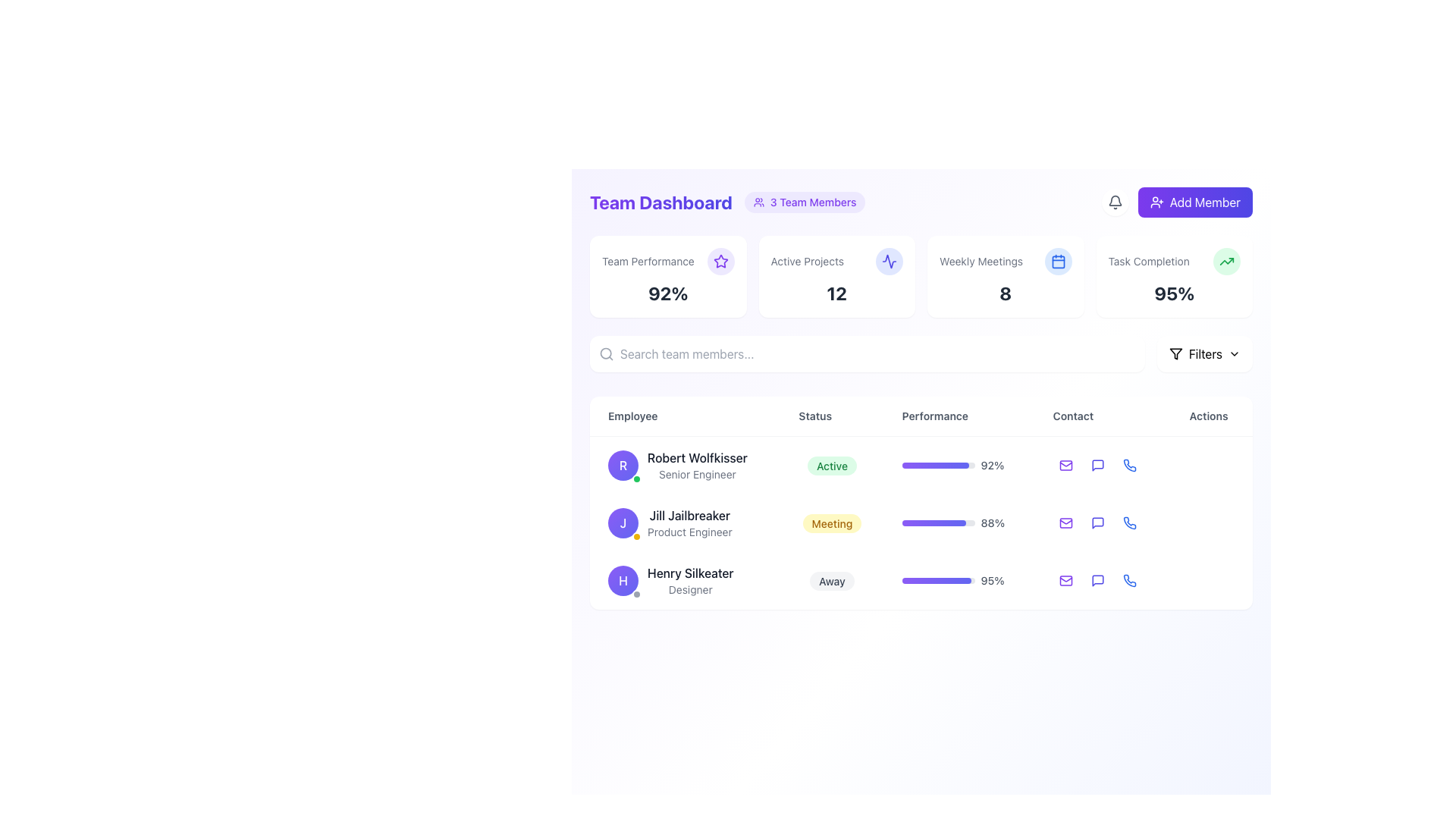 The image size is (1456, 819). Describe the element at coordinates (720, 260) in the screenshot. I see `the star-shaped icon representing performance metrics within the 'Team Performance' card on the 'Team Dashboard' interface` at that location.